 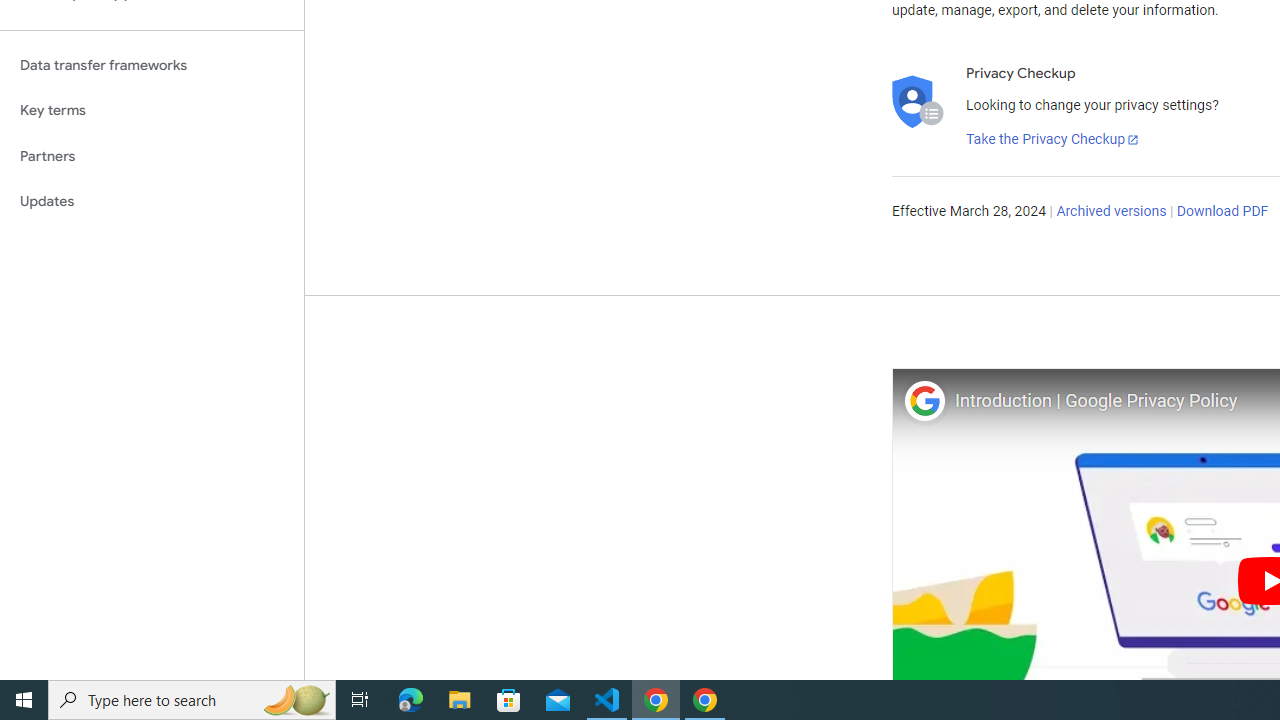 I want to click on 'Partners', so click(x=151, y=155).